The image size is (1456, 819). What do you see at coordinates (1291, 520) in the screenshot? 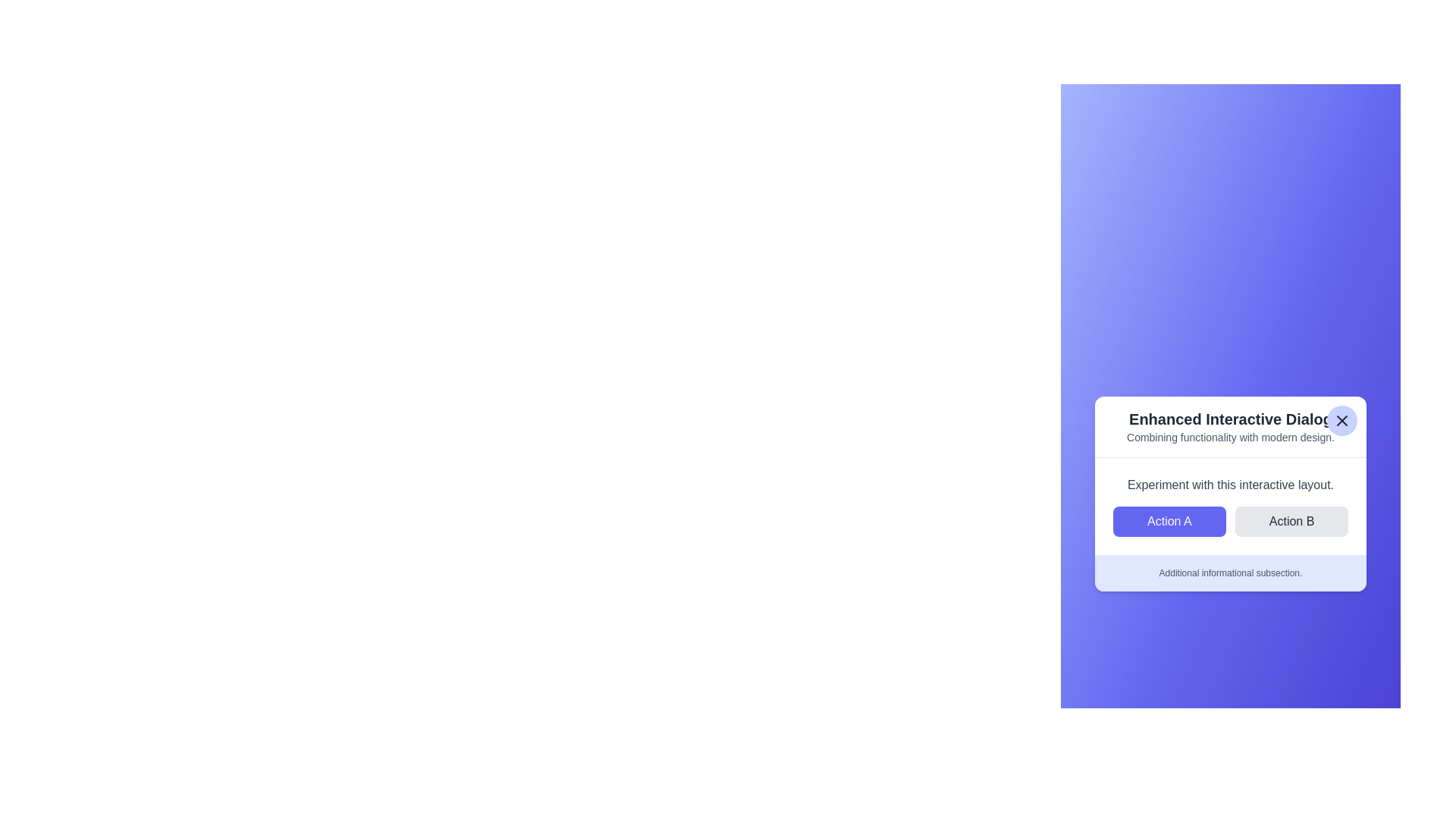
I see `the rightmost button labeled 'Action B'` at bounding box center [1291, 520].